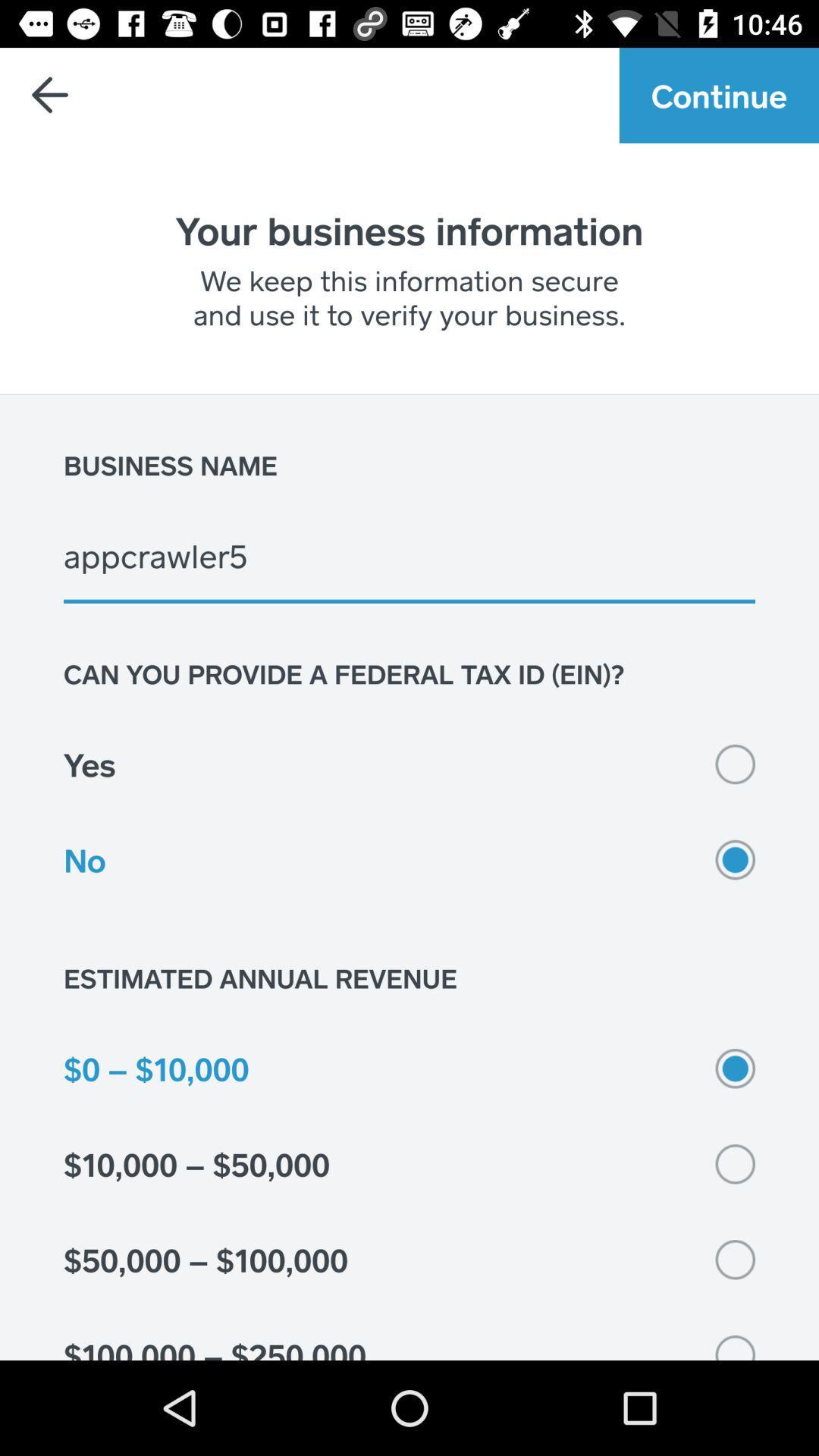 The image size is (819, 1456). What do you see at coordinates (409, 859) in the screenshot?
I see `icon above estimated annual revenue` at bounding box center [409, 859].